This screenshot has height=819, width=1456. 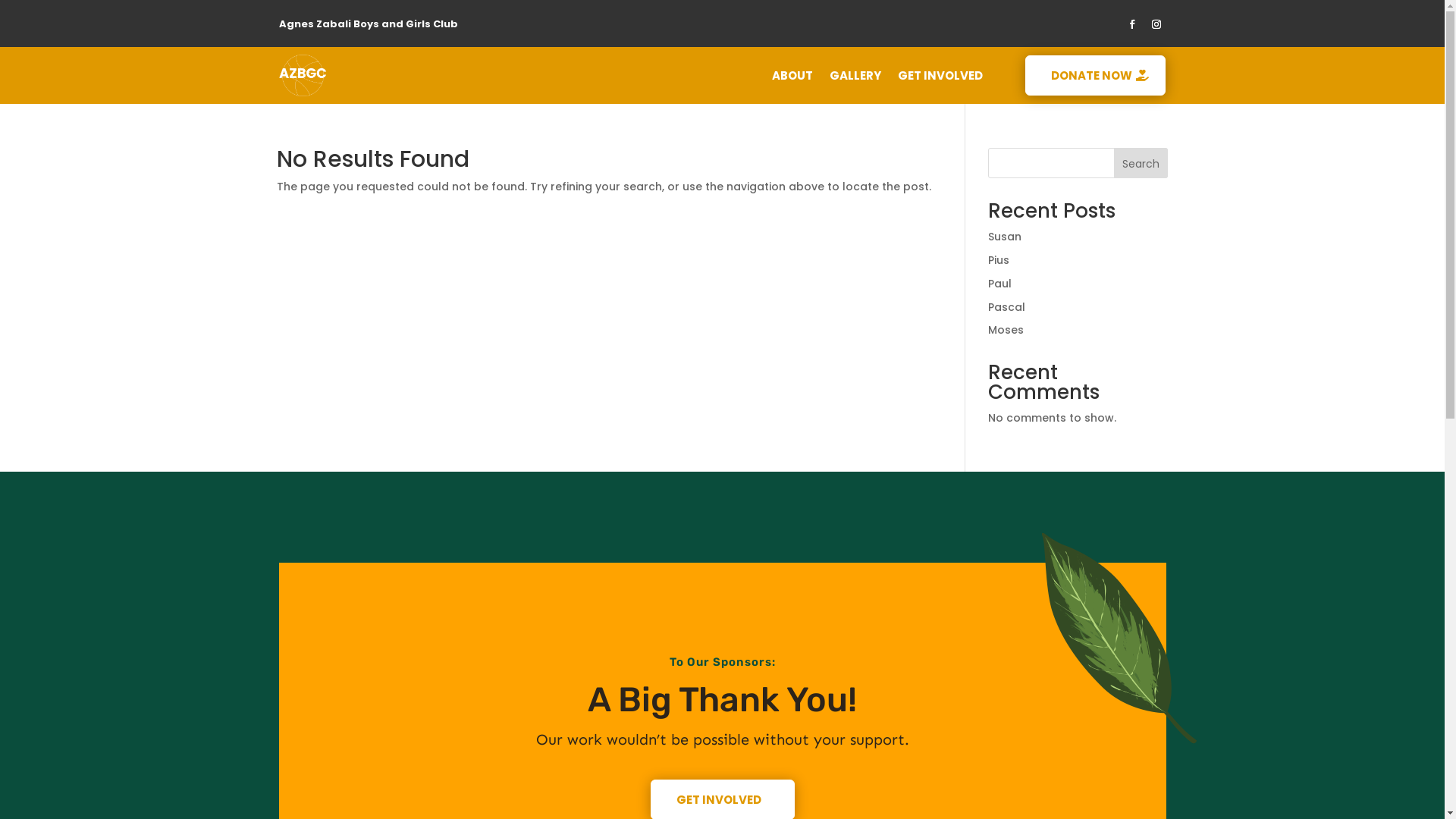 What do you see at coordinates (1004, 237) in the screenshot?
I see `'Susan'` at bounding box center [1004, 237].